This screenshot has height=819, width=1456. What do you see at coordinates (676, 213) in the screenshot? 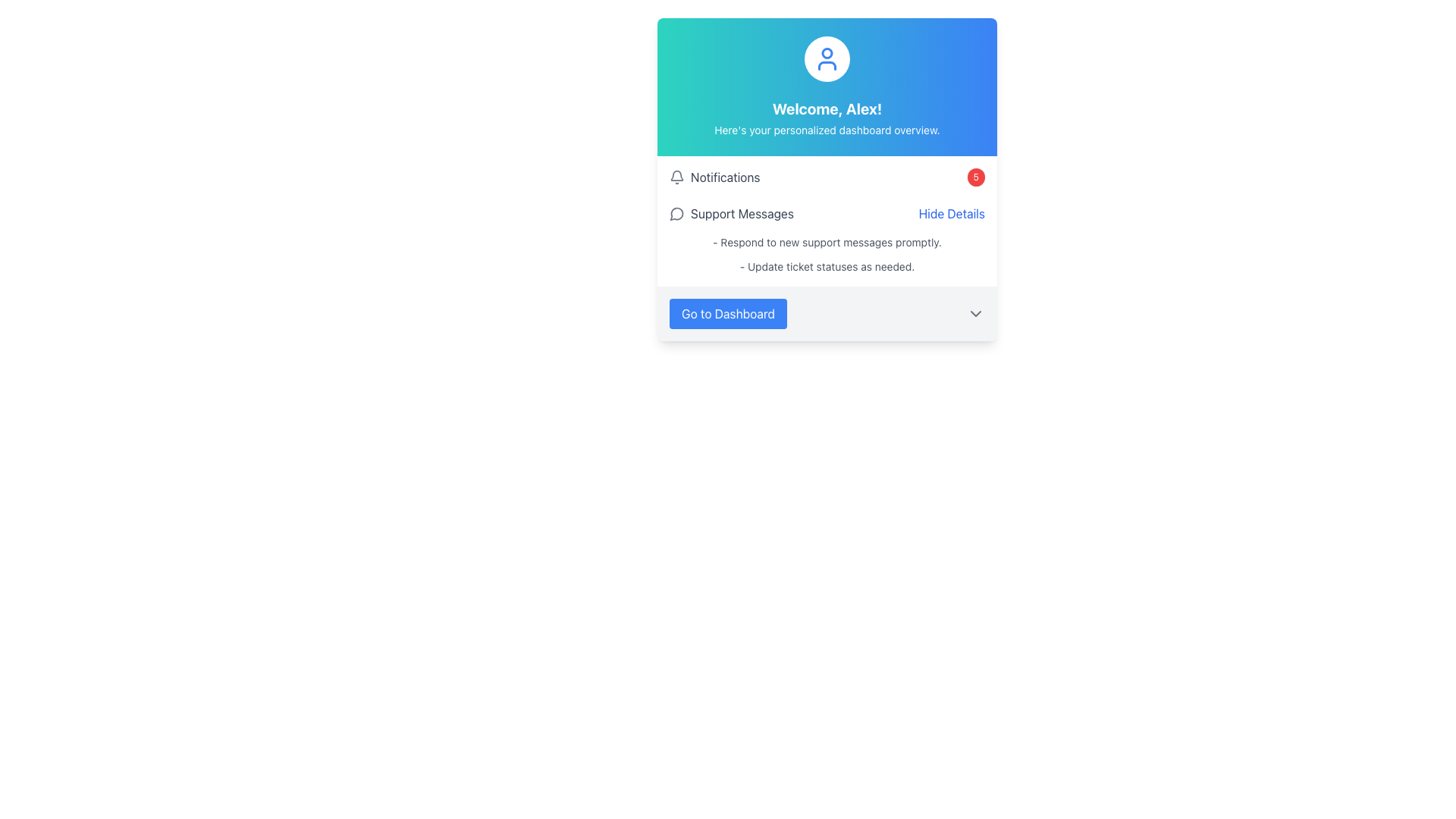
I see `the chat bubble icon located to the left of the 'Support Messages' text, which serves as a visual indicator for this section` at bounding box center [676, 213].